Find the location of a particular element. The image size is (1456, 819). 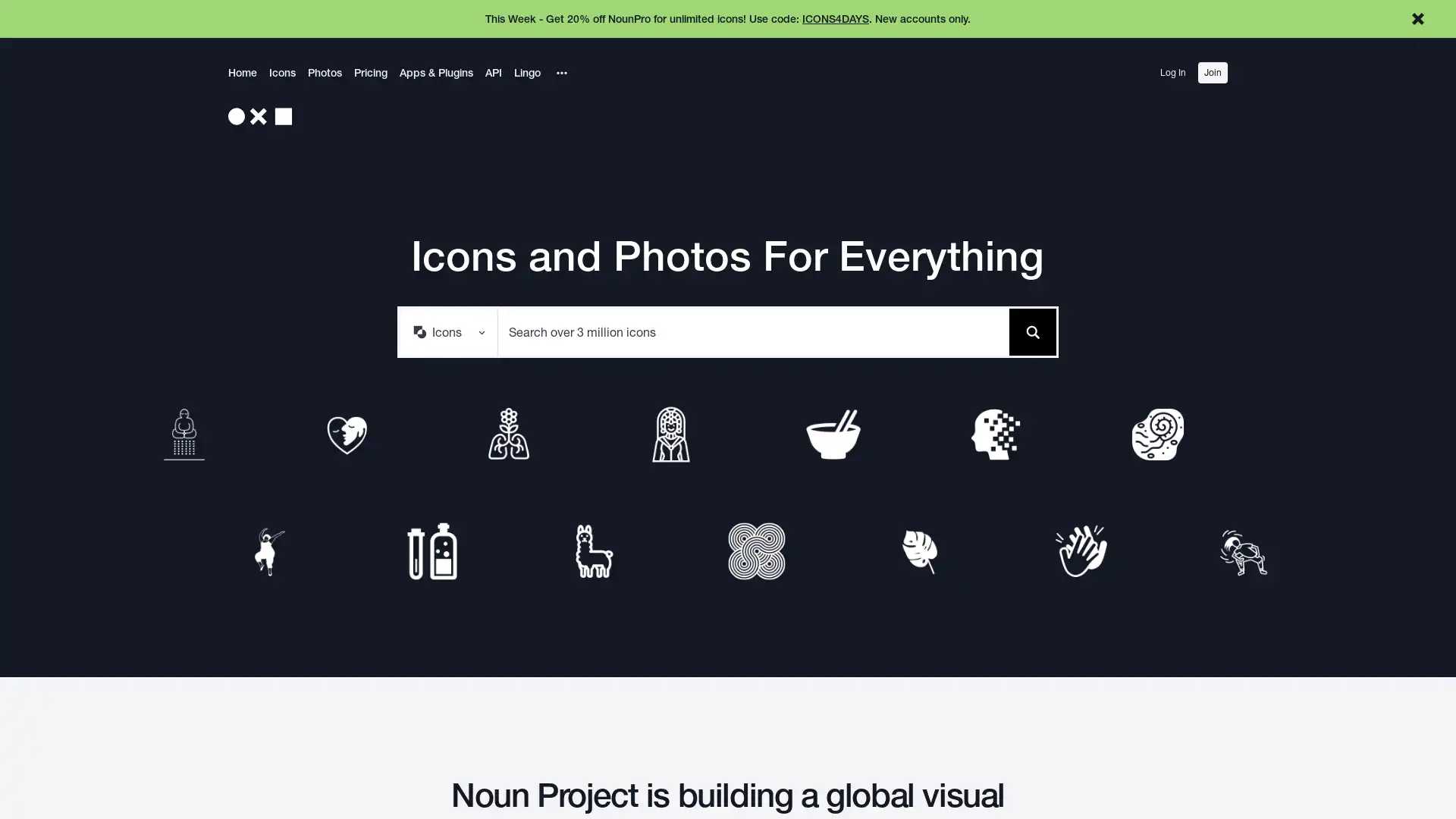

Overflow Menu is located at coordinates (560, 73).